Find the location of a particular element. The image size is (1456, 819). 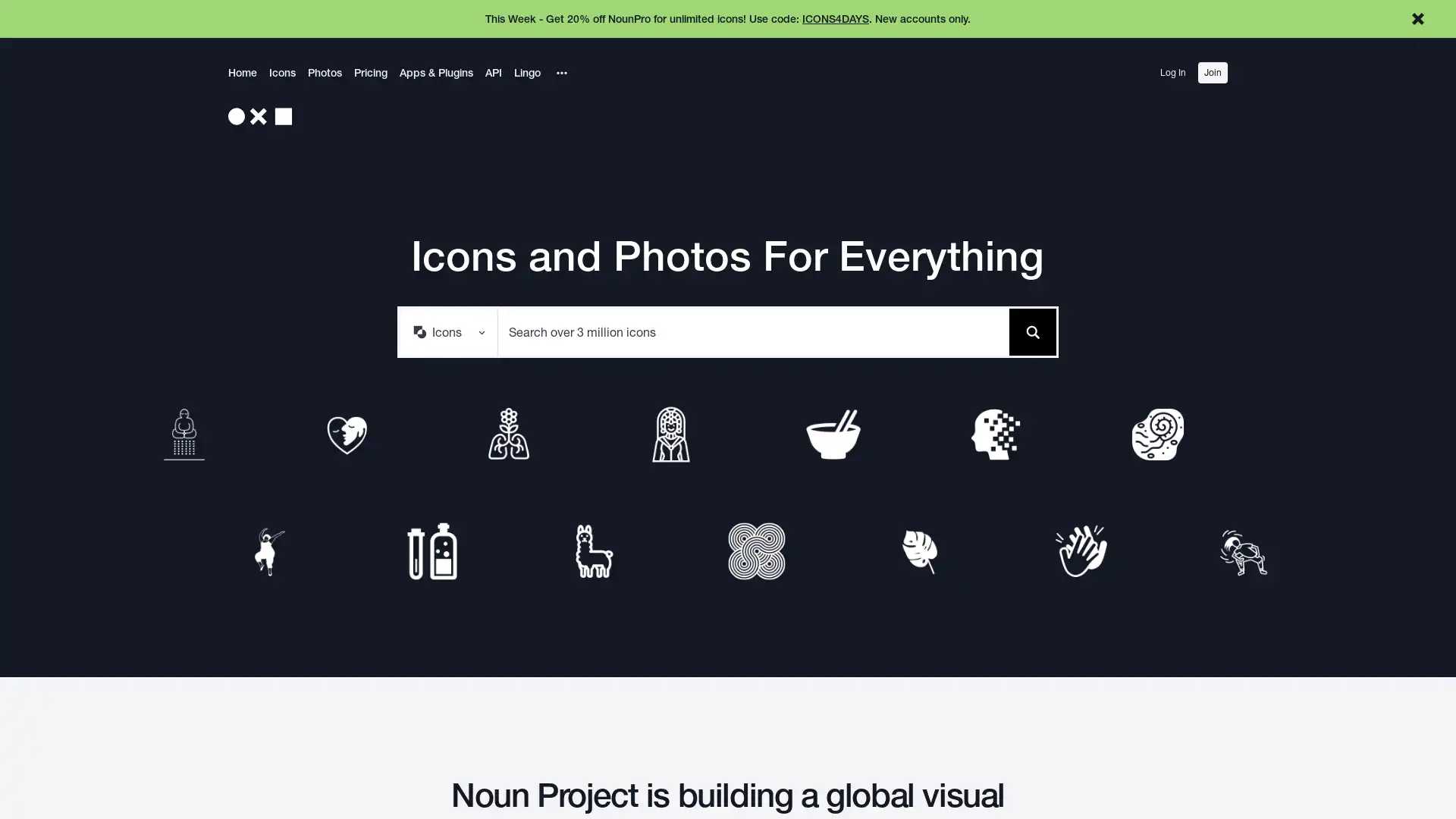

Overflow Menu is located at coordinates (560, 73).